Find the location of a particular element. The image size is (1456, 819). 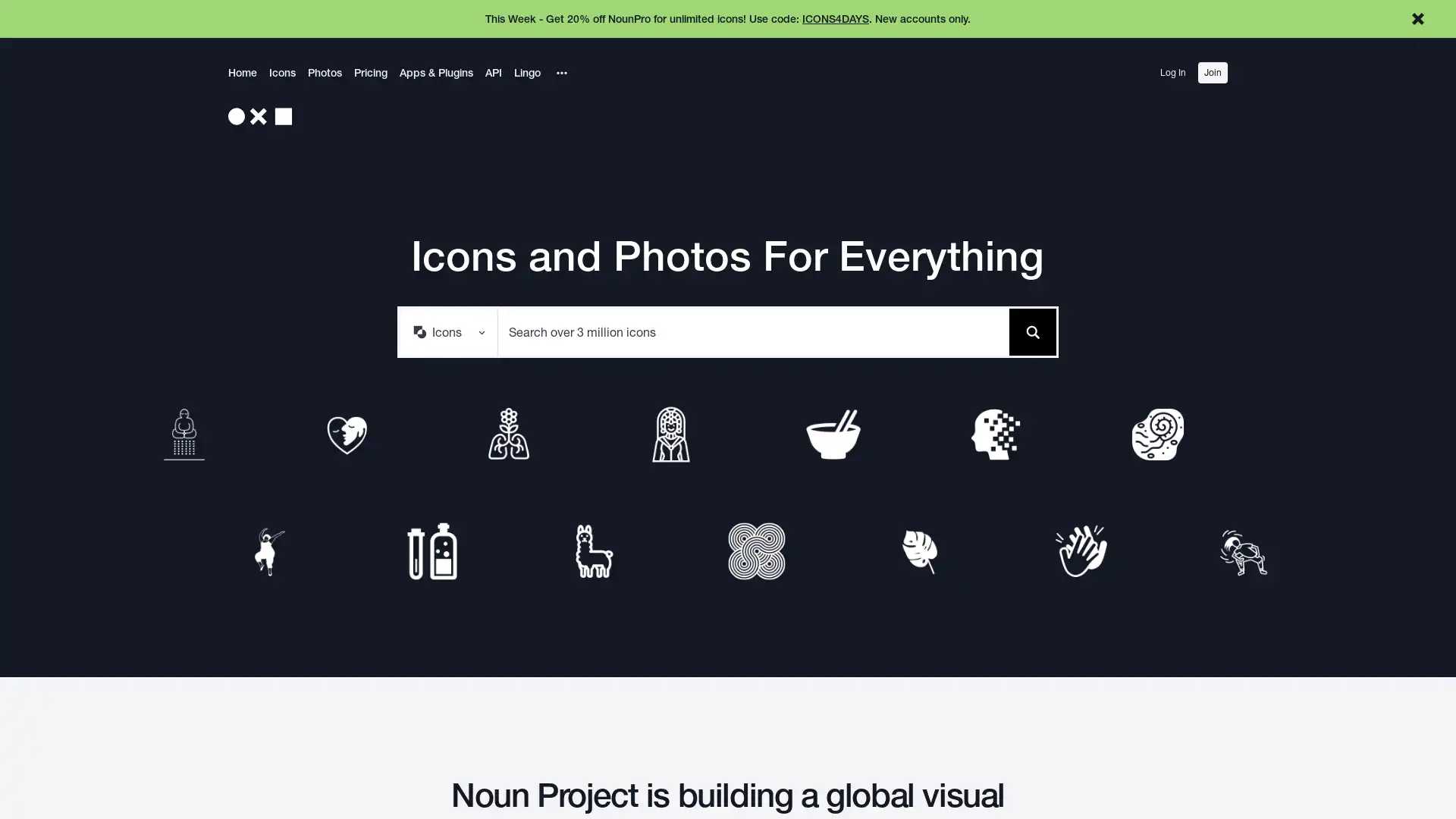

Overflow Menu is located at coordinates (560, 73).